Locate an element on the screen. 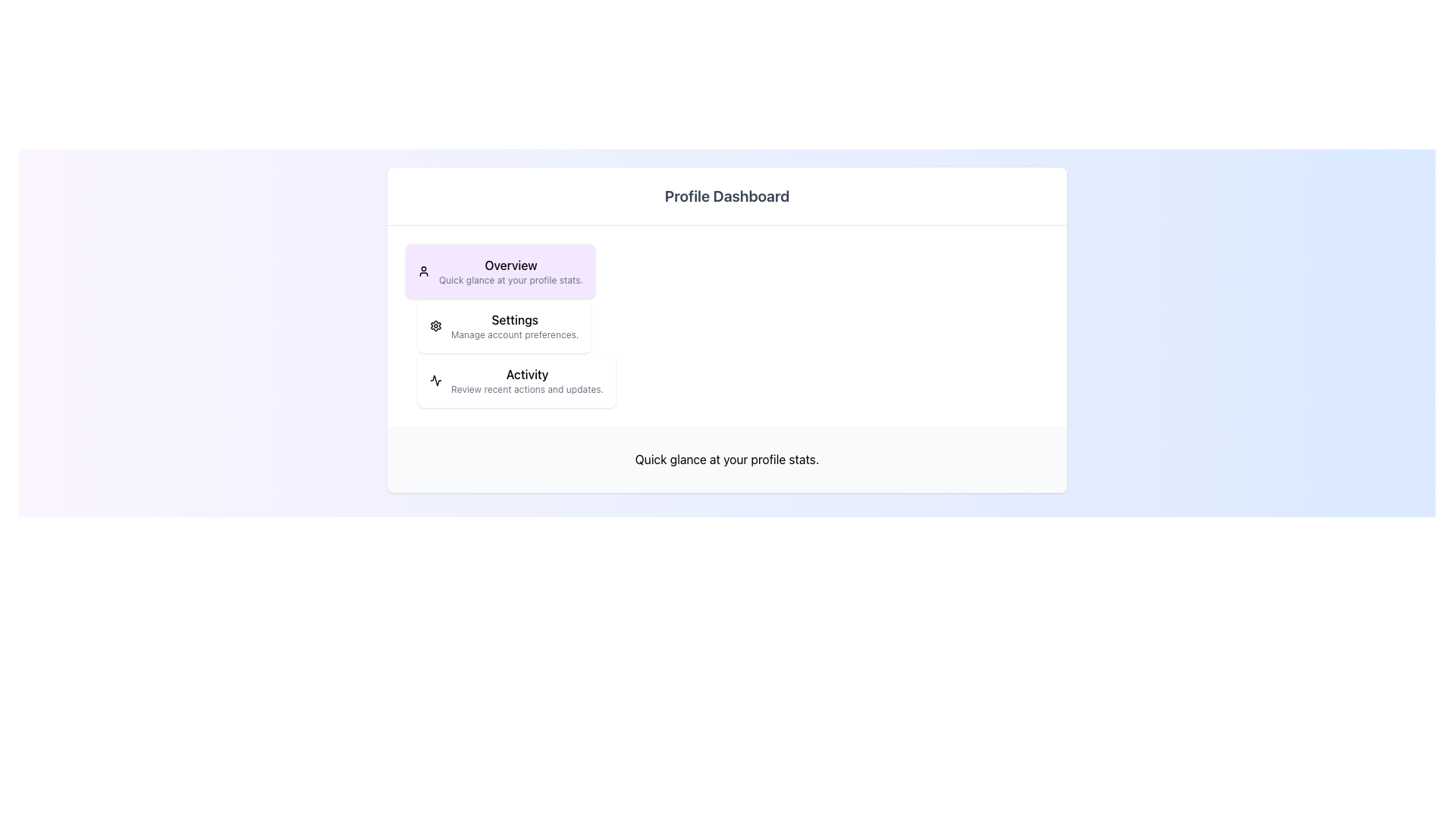 This screenshot has width=1456, height=819. the small gray text label displaying 'Review recent actions and updates.' located beneath the bolded 'Activity' label in the third item of the list is located at coordinates (527, 388).